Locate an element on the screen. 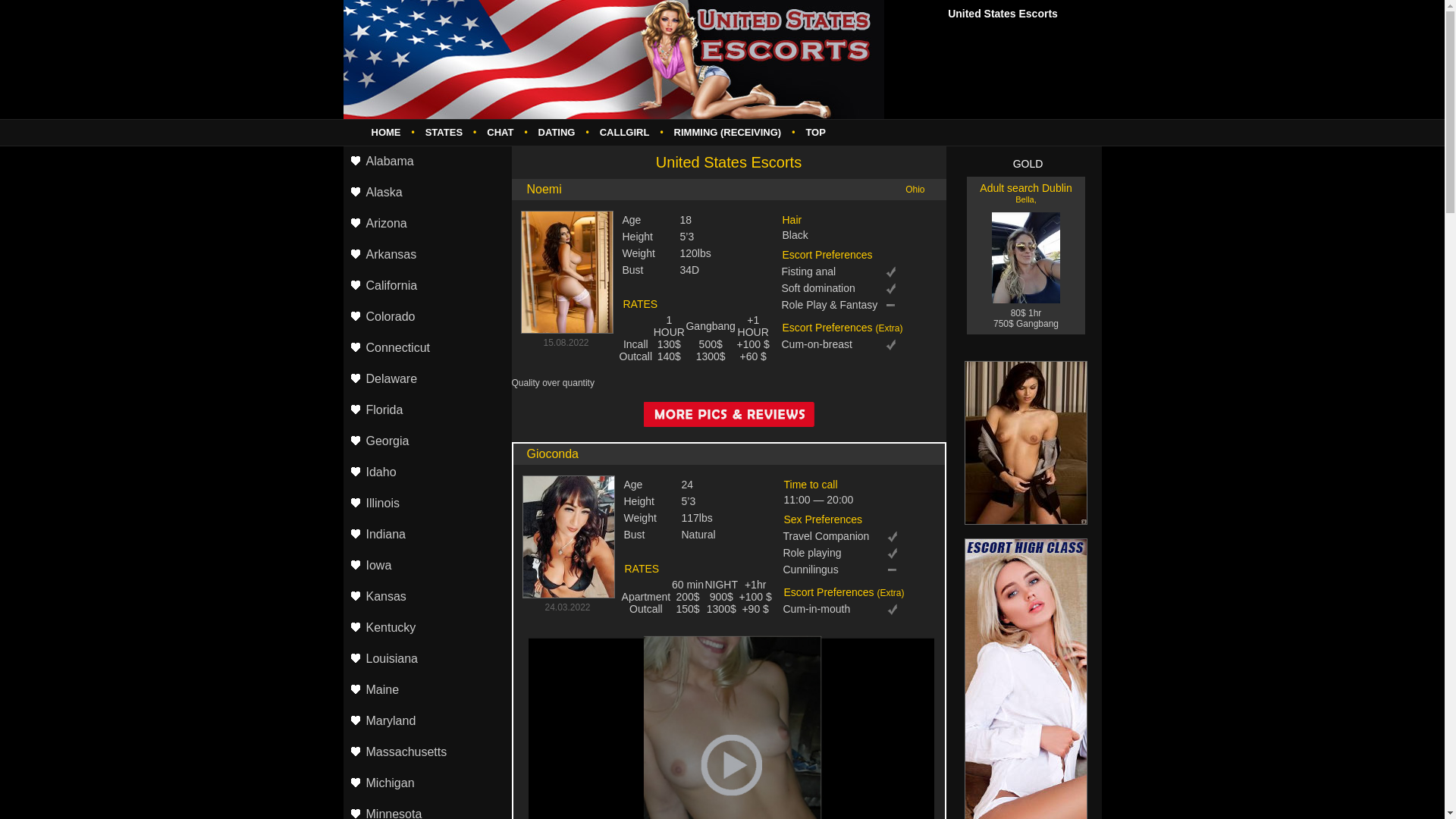  'Maine' is located at coordinates (425, 690).